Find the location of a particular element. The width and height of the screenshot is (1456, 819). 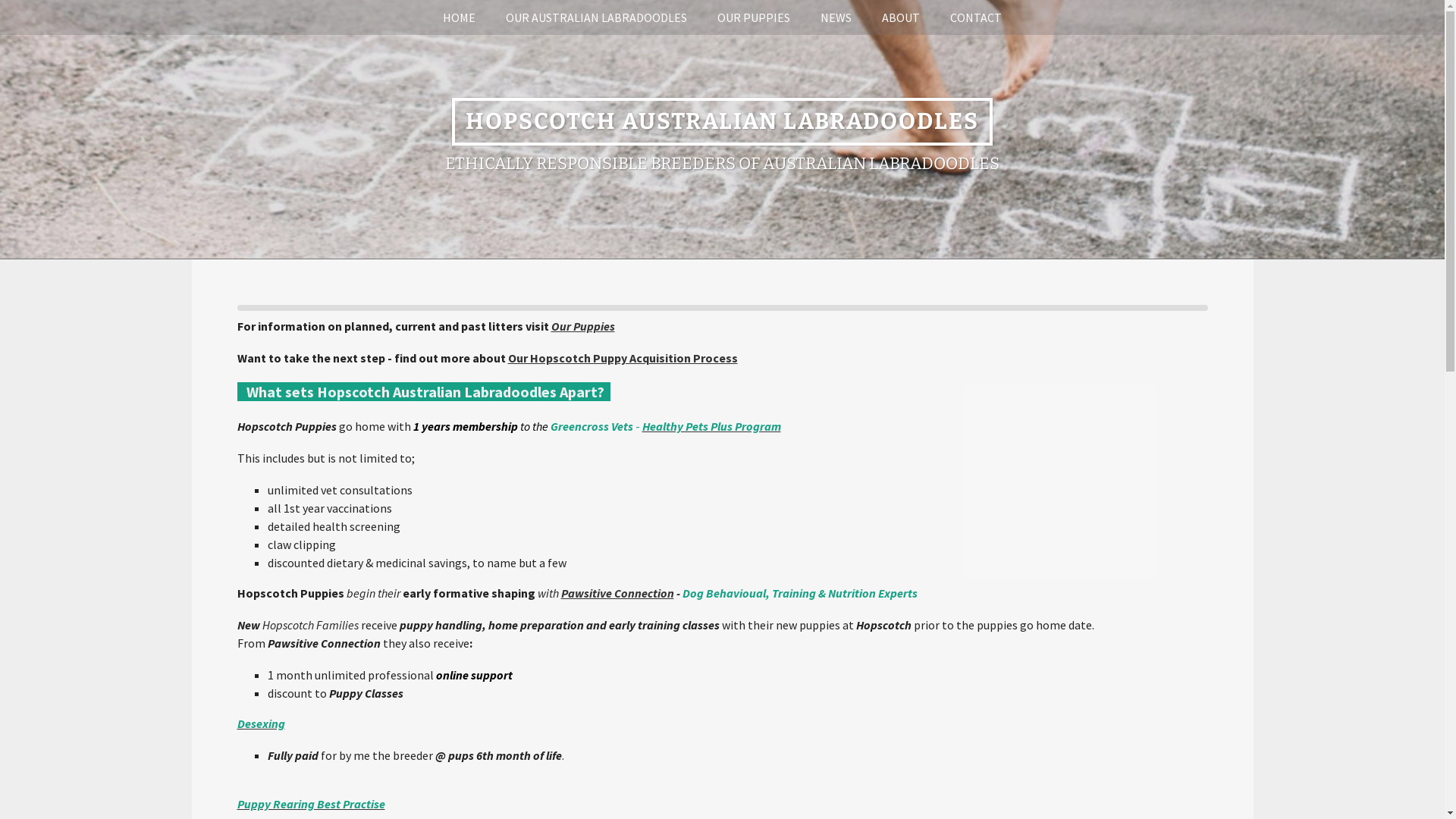

'ABOUT' is located at coordinates (901, 17).